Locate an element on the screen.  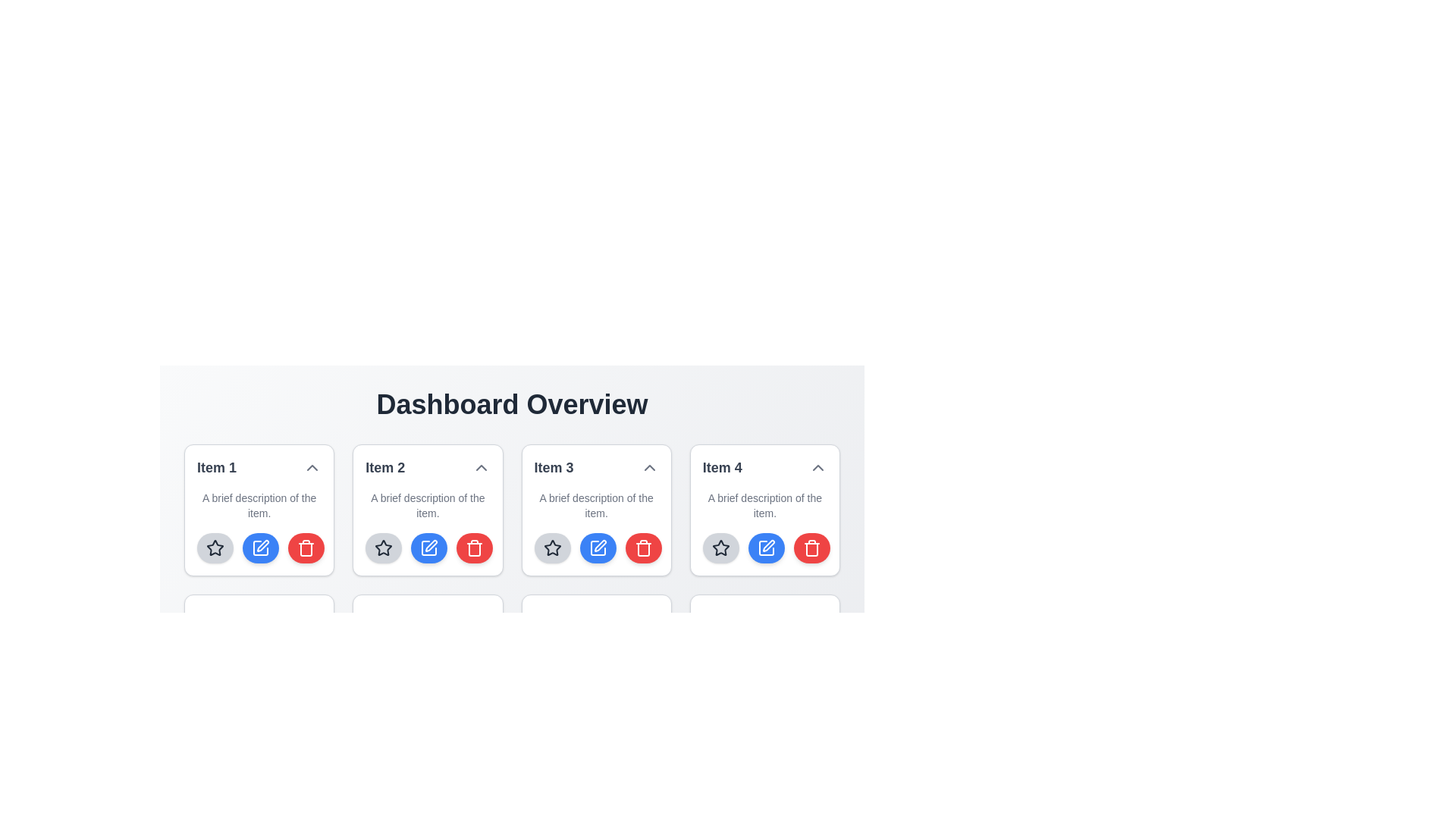
the star-shaped icon button outlined in dark gray, located at the bottom of the 'Item 1' card is located at coordinates (214, 548).